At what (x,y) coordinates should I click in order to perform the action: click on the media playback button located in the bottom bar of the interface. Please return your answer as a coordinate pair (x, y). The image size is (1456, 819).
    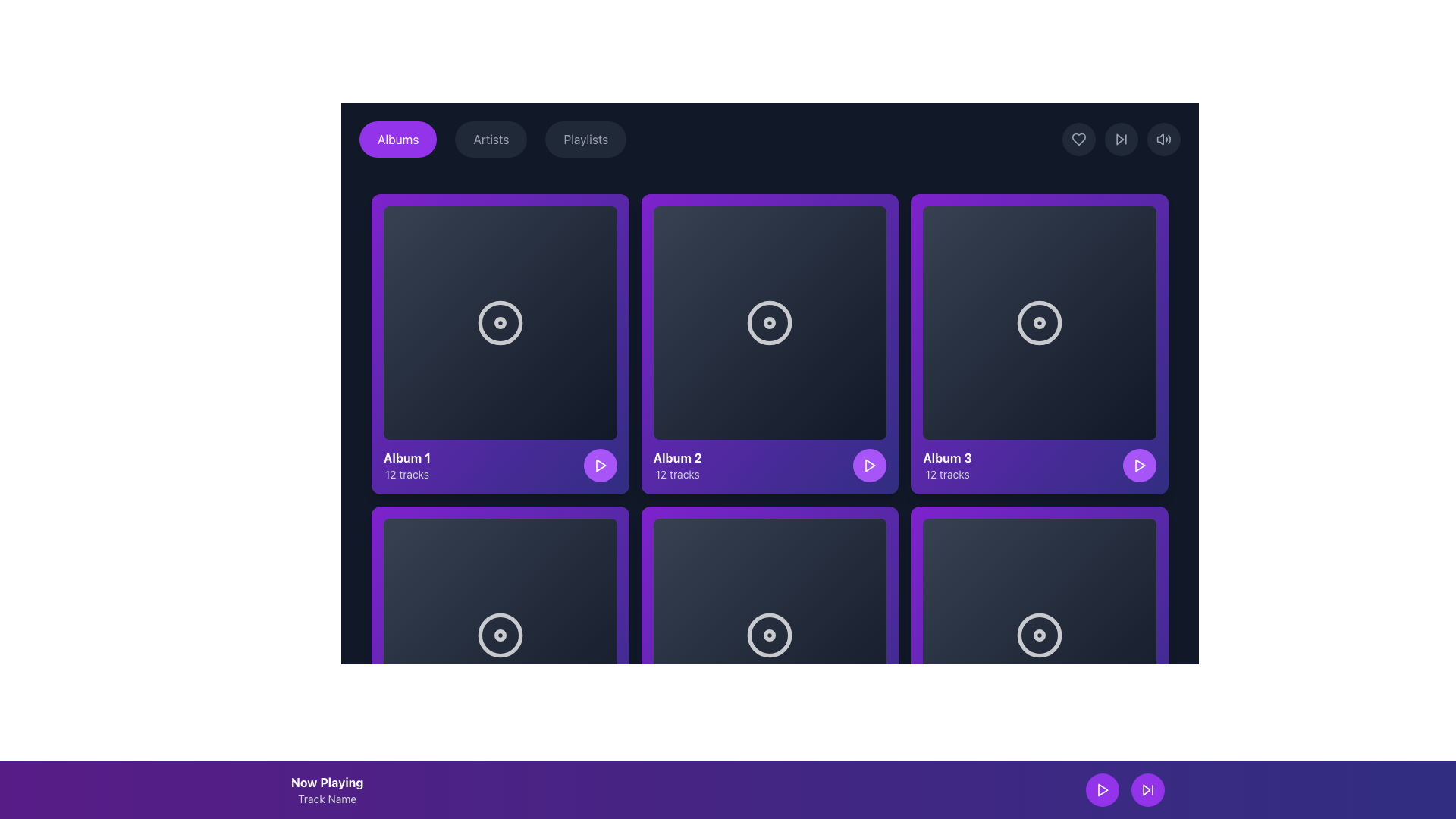
    Looking at the image, I should click on (599, 777).